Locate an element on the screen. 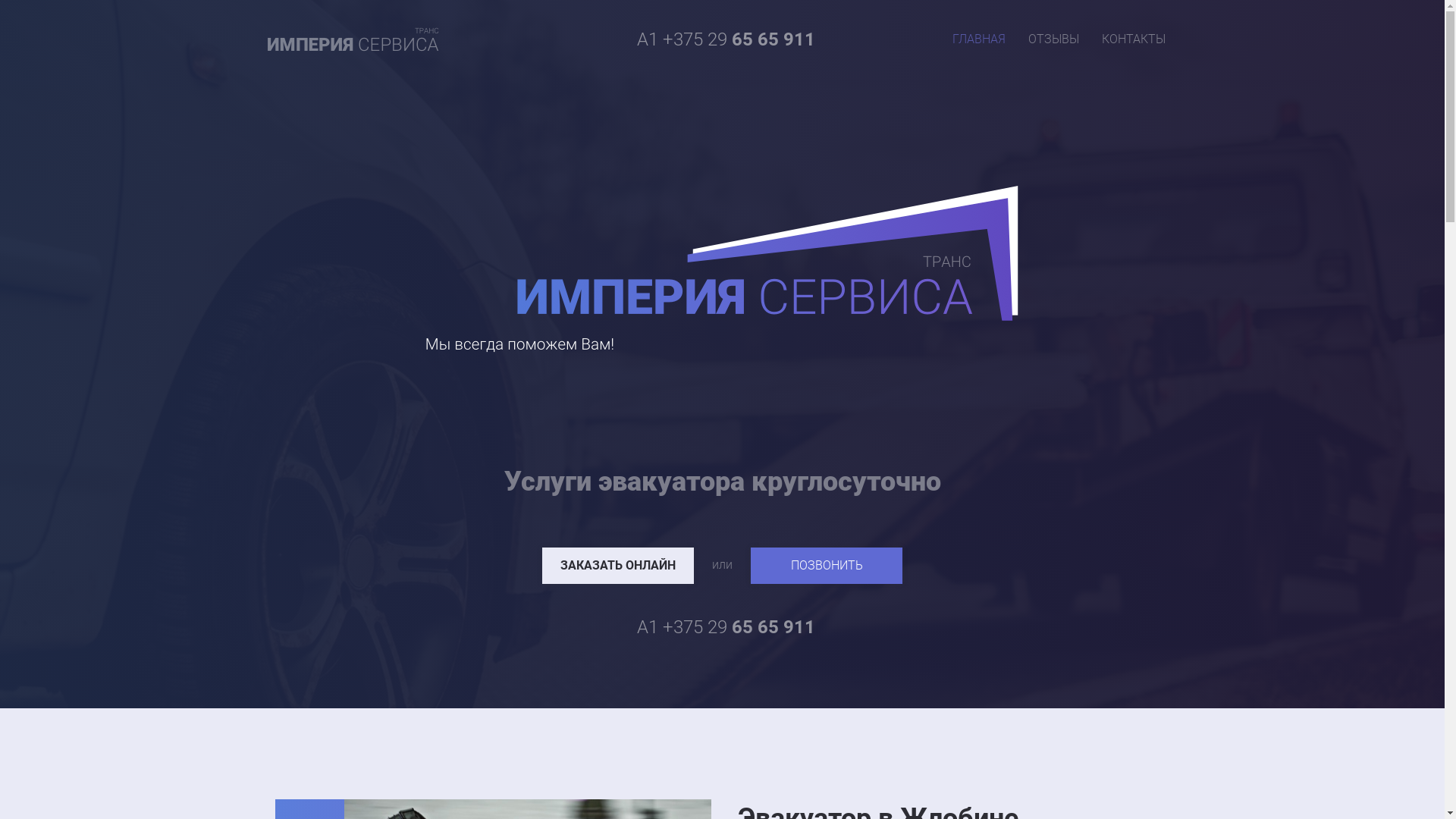 The image size is (1456, 819). 'A1 +375 29 65 65 911' is located at coordinates (725, 38).